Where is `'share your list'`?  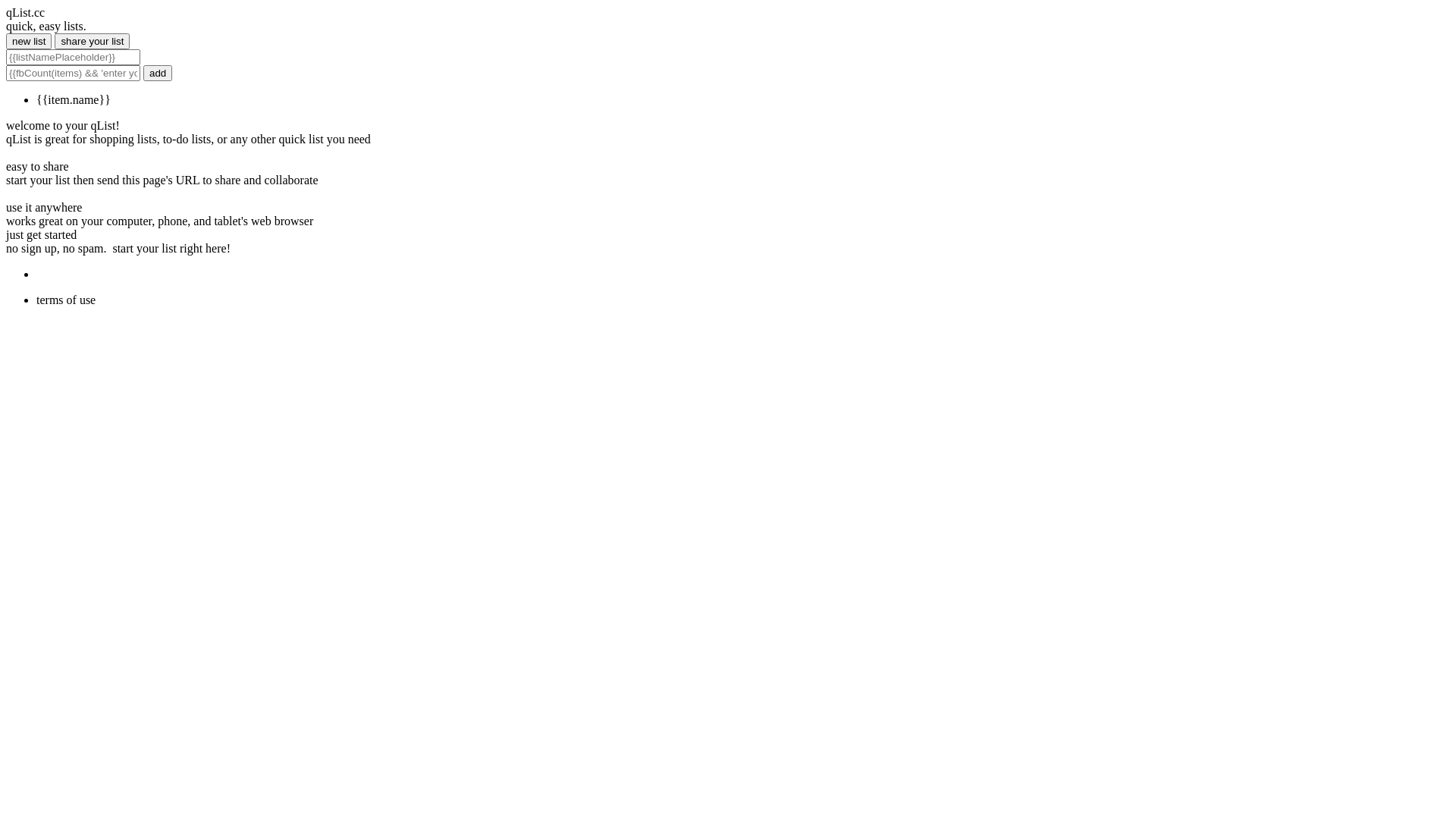 'share your list' is located at coordinates (91, 40).